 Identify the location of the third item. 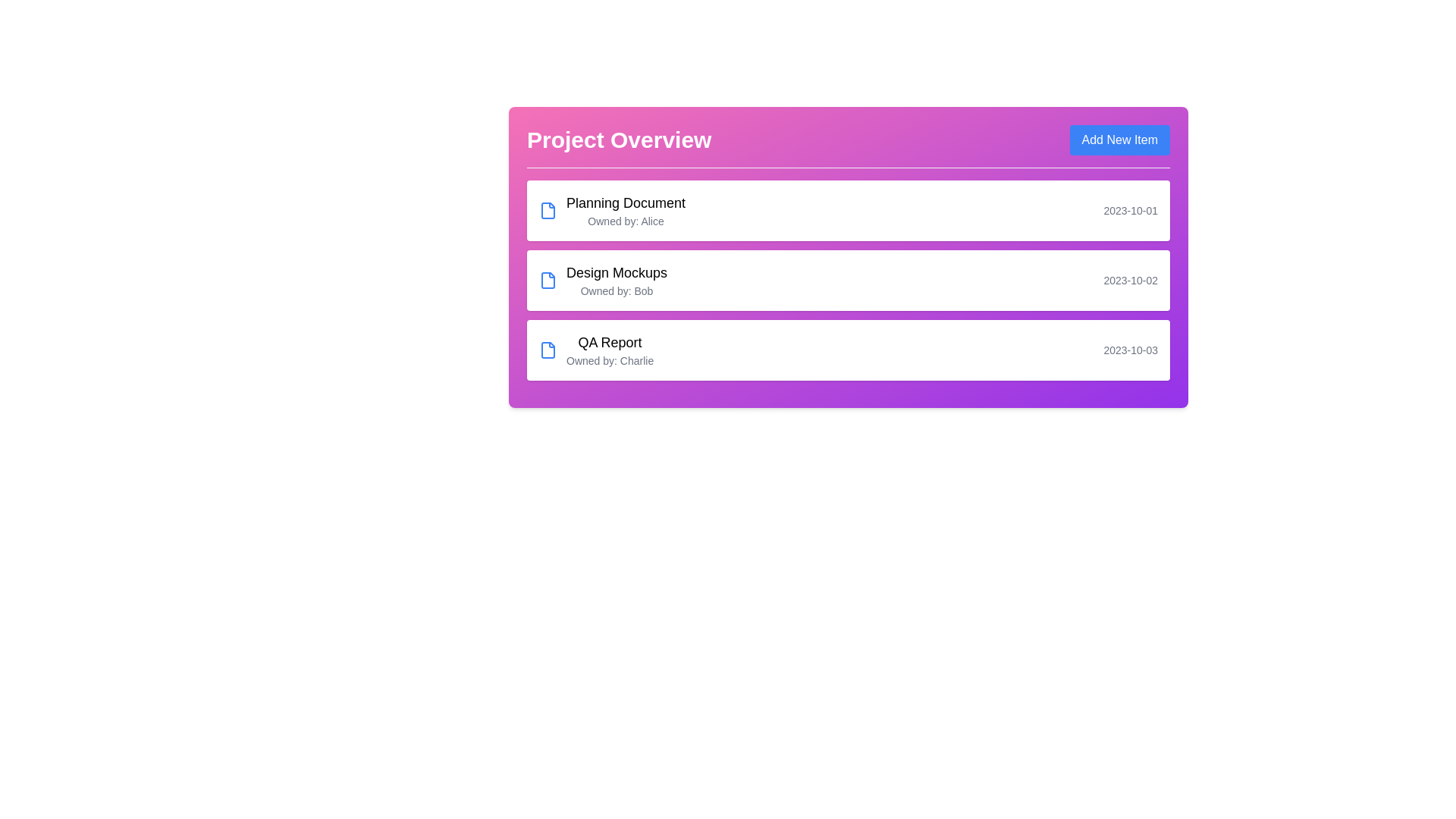
(595, 350).